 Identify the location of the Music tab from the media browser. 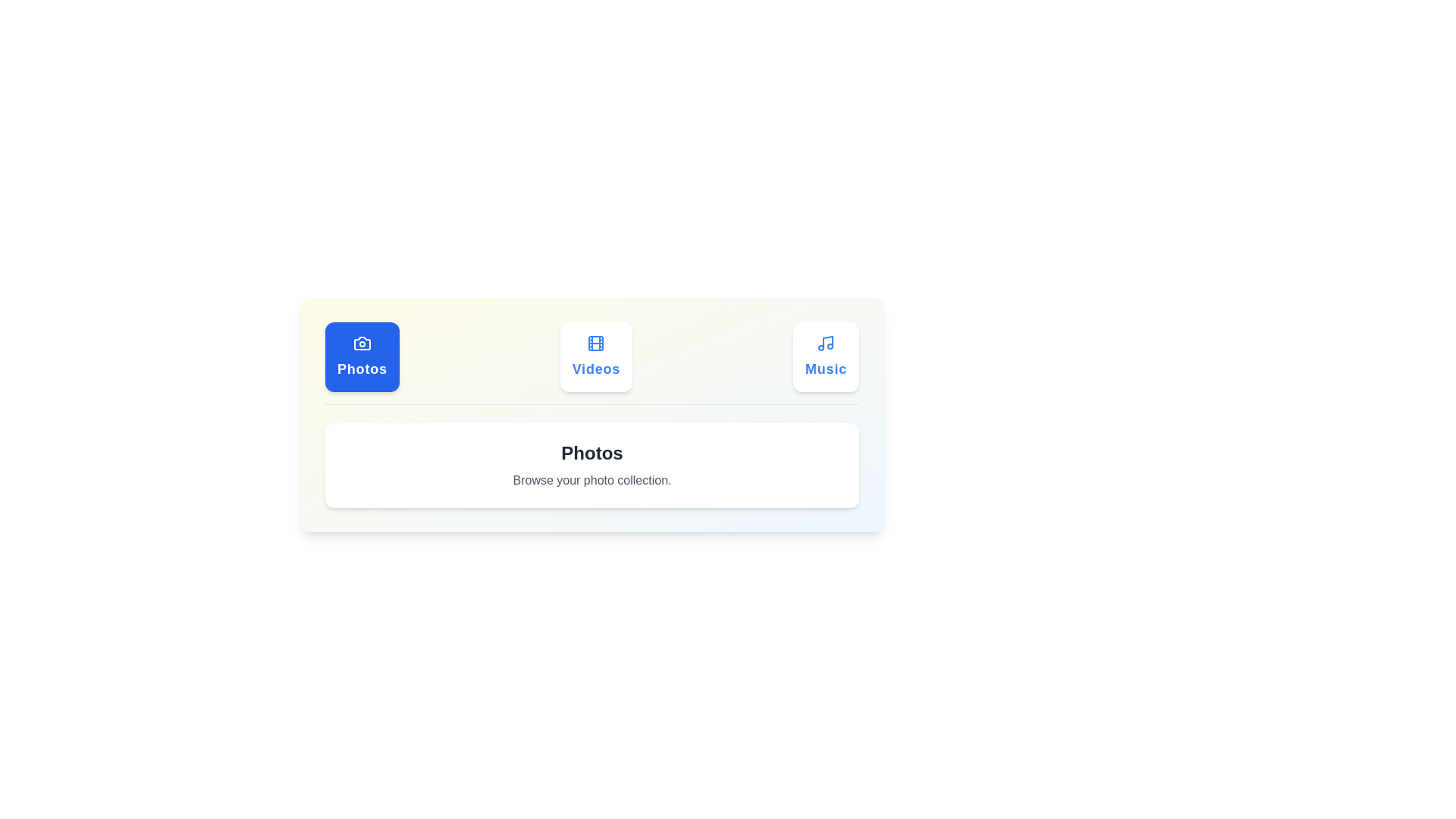
(825, 356).